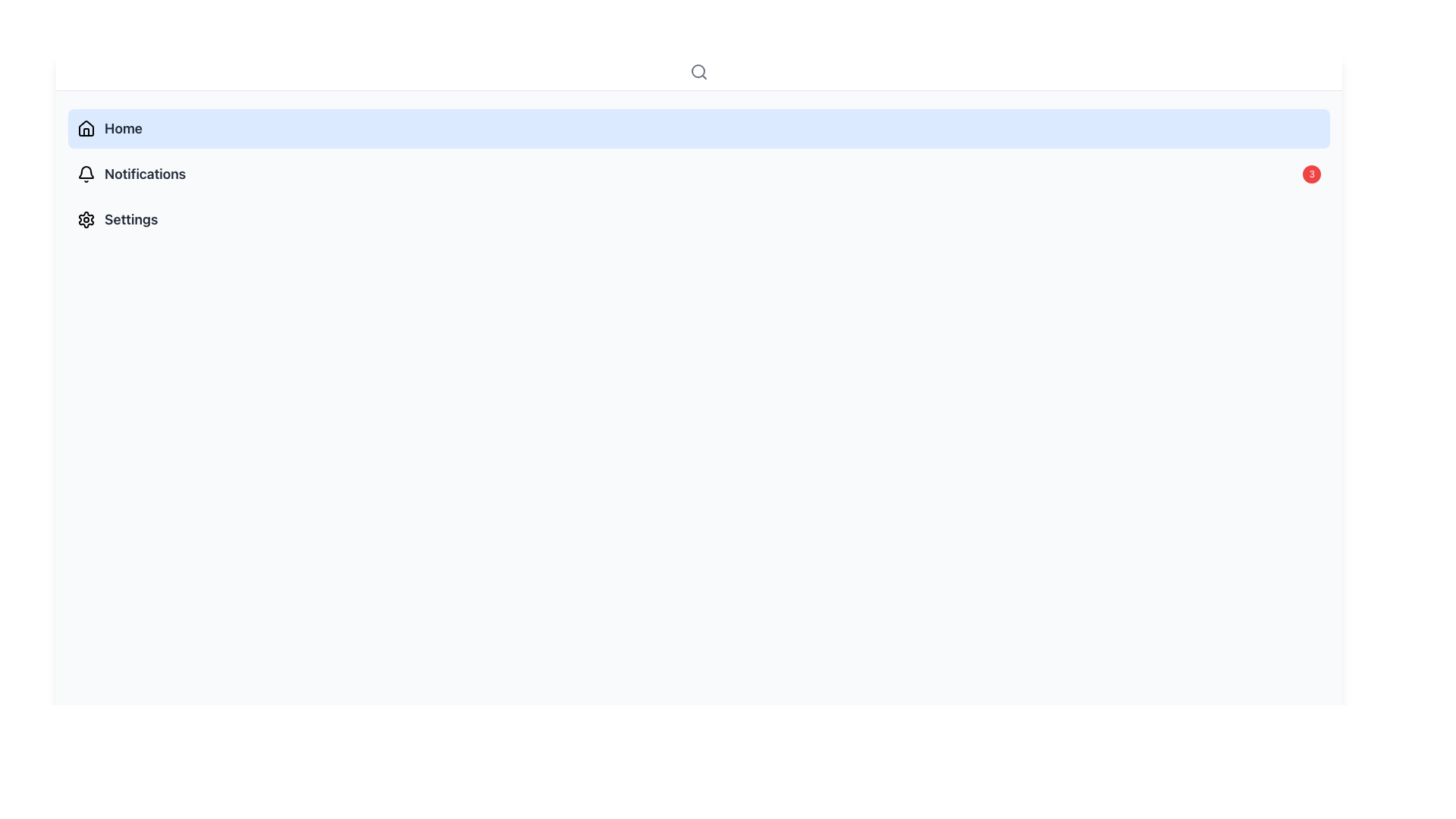 The height and width of the screenshot is (819, 1456). Describe the element at coordinates (86, 127) in the screenshot. I see `the 'Home' icon located in the top-left section of the navigation menu` at that location.